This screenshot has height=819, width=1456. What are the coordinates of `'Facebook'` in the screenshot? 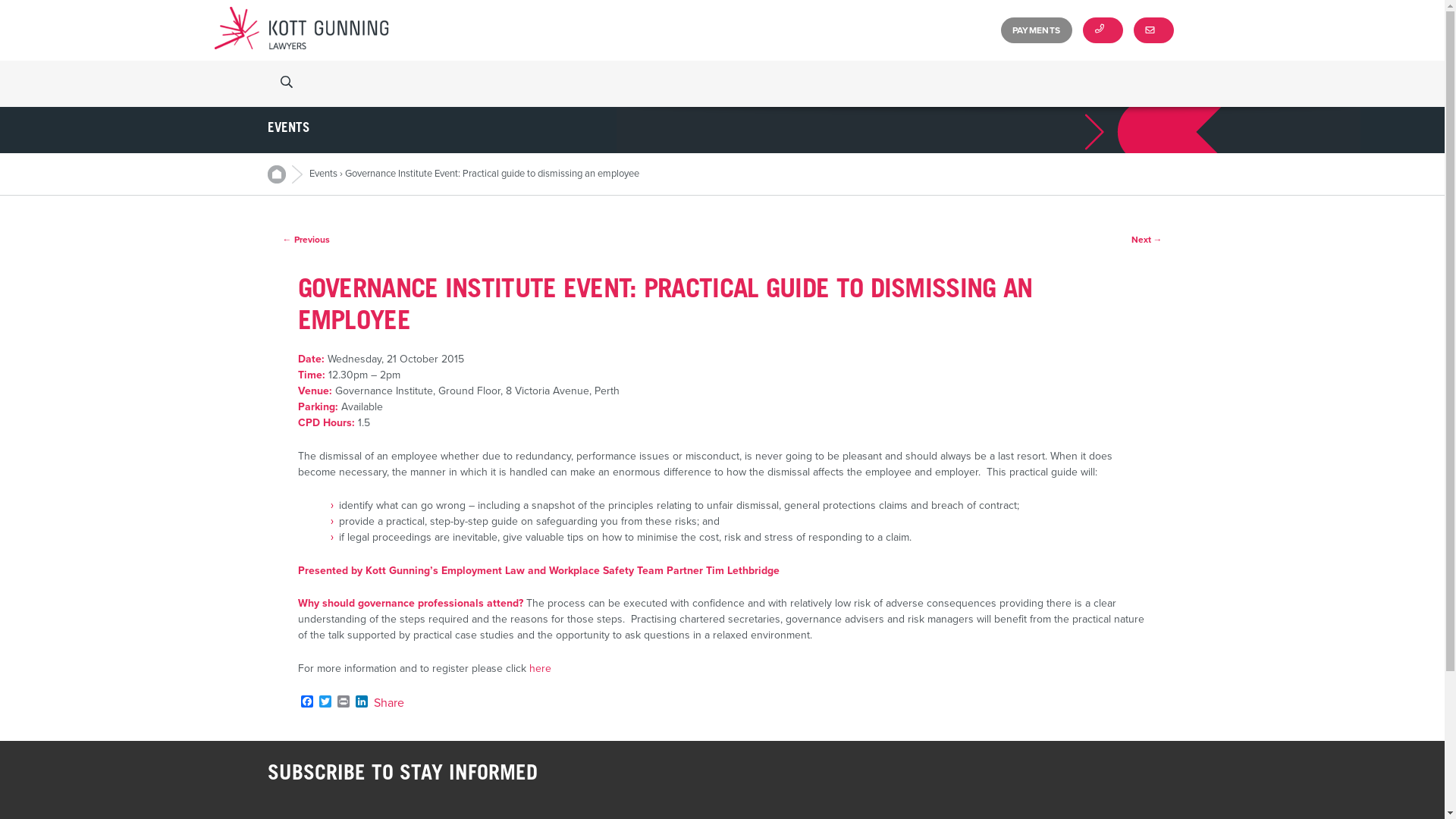 It's located at (297, 702).